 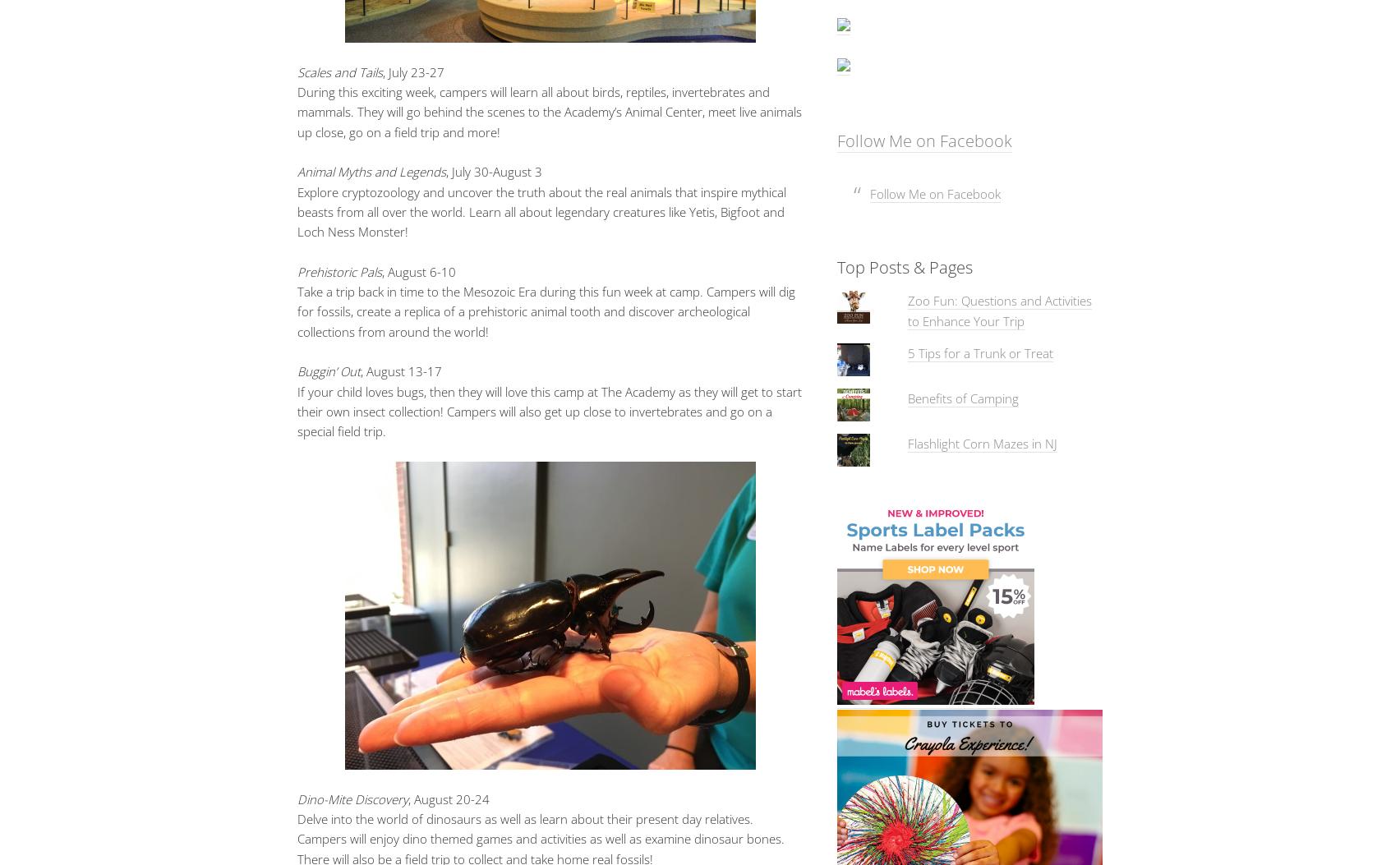 What do you see at coordinates (401, 370) in the screenshot?
I see `', August 13-17'` at bounding box center [401, 370].